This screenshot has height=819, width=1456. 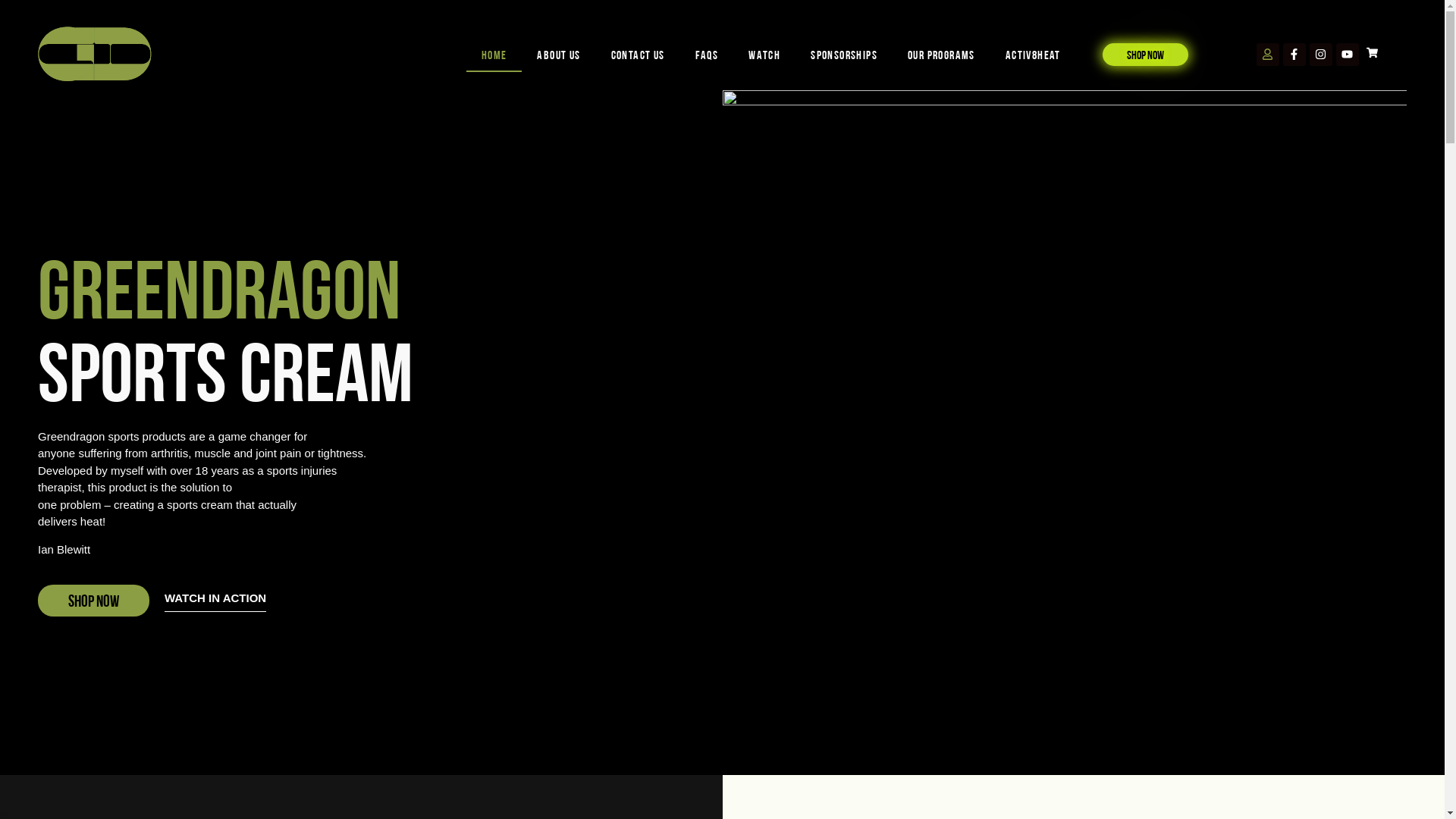 What do you see at coordinates (990, 52) in the screenshot?
I see `'Activ8Heat'` at bounding box center [990, 52].